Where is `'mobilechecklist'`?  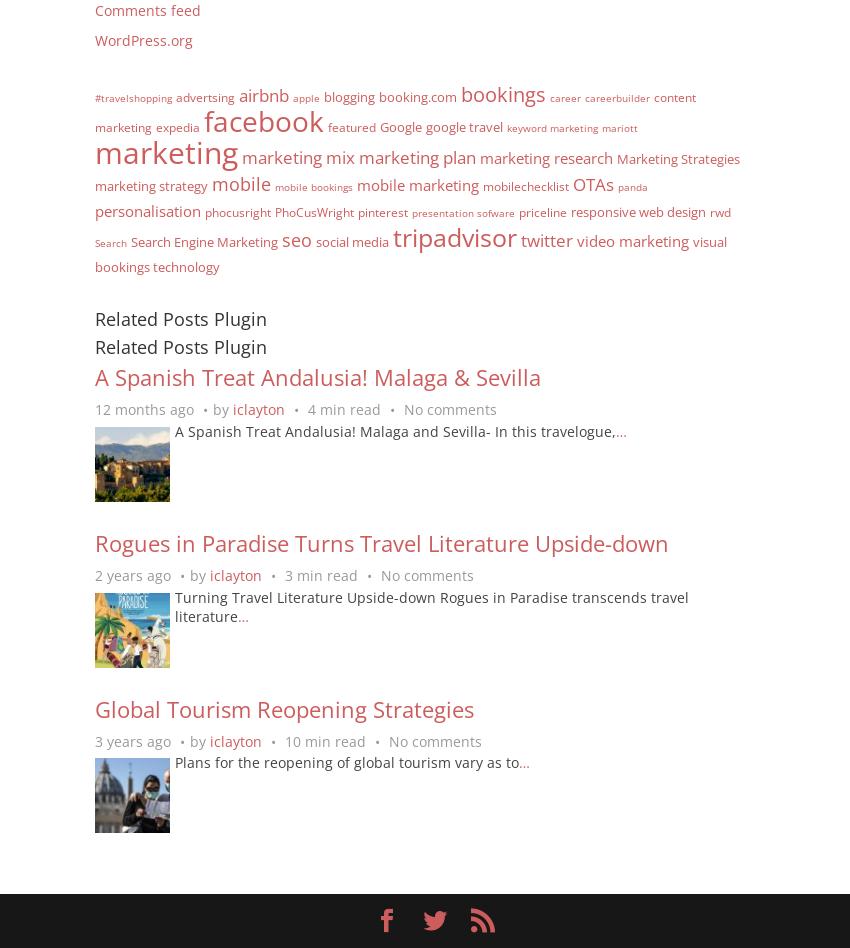
'mobilechecklist' is located at coordinates (524, 184).